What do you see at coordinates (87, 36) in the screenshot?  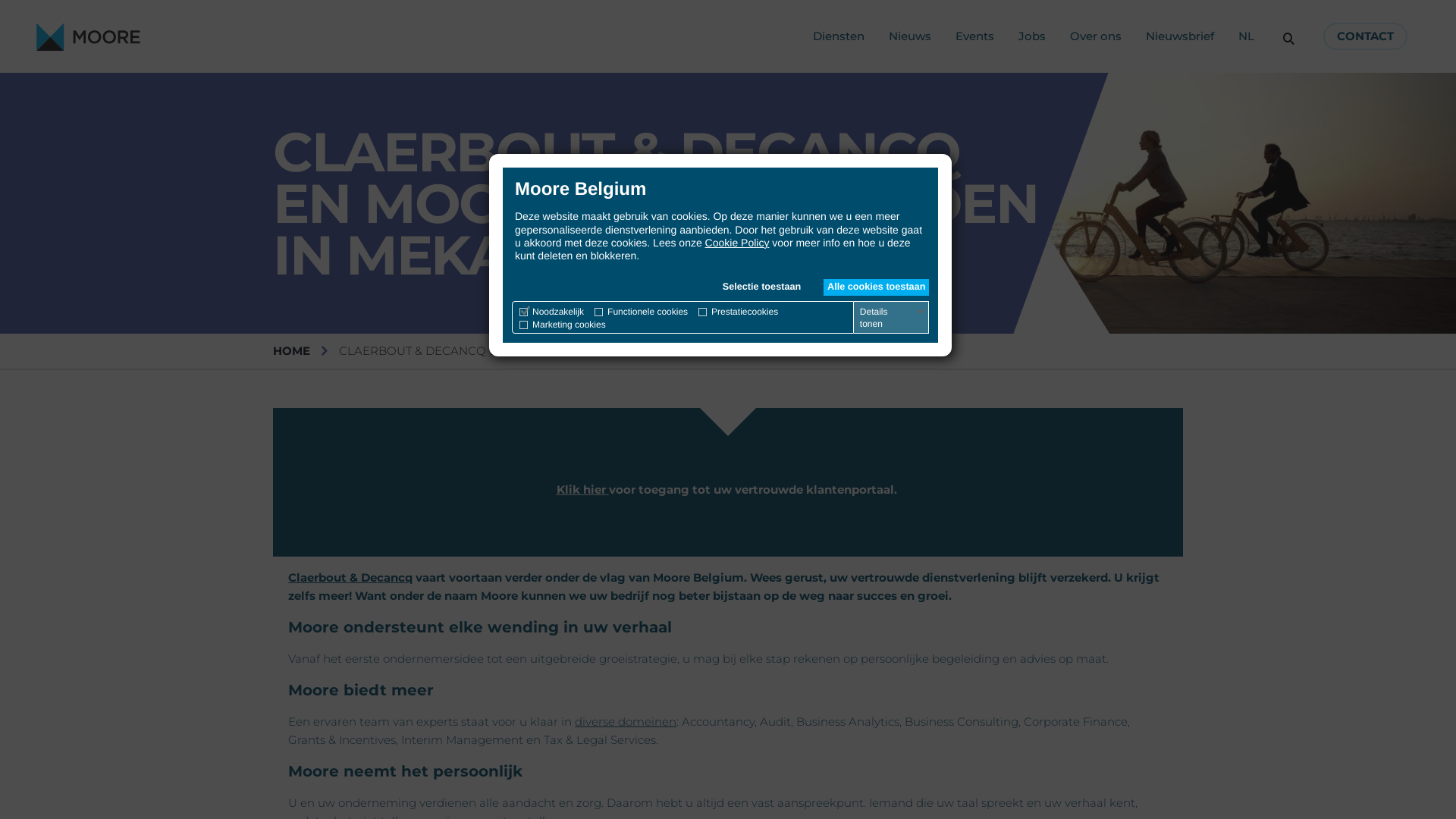 I see `'Moore'` at bounding box center [87, 36].